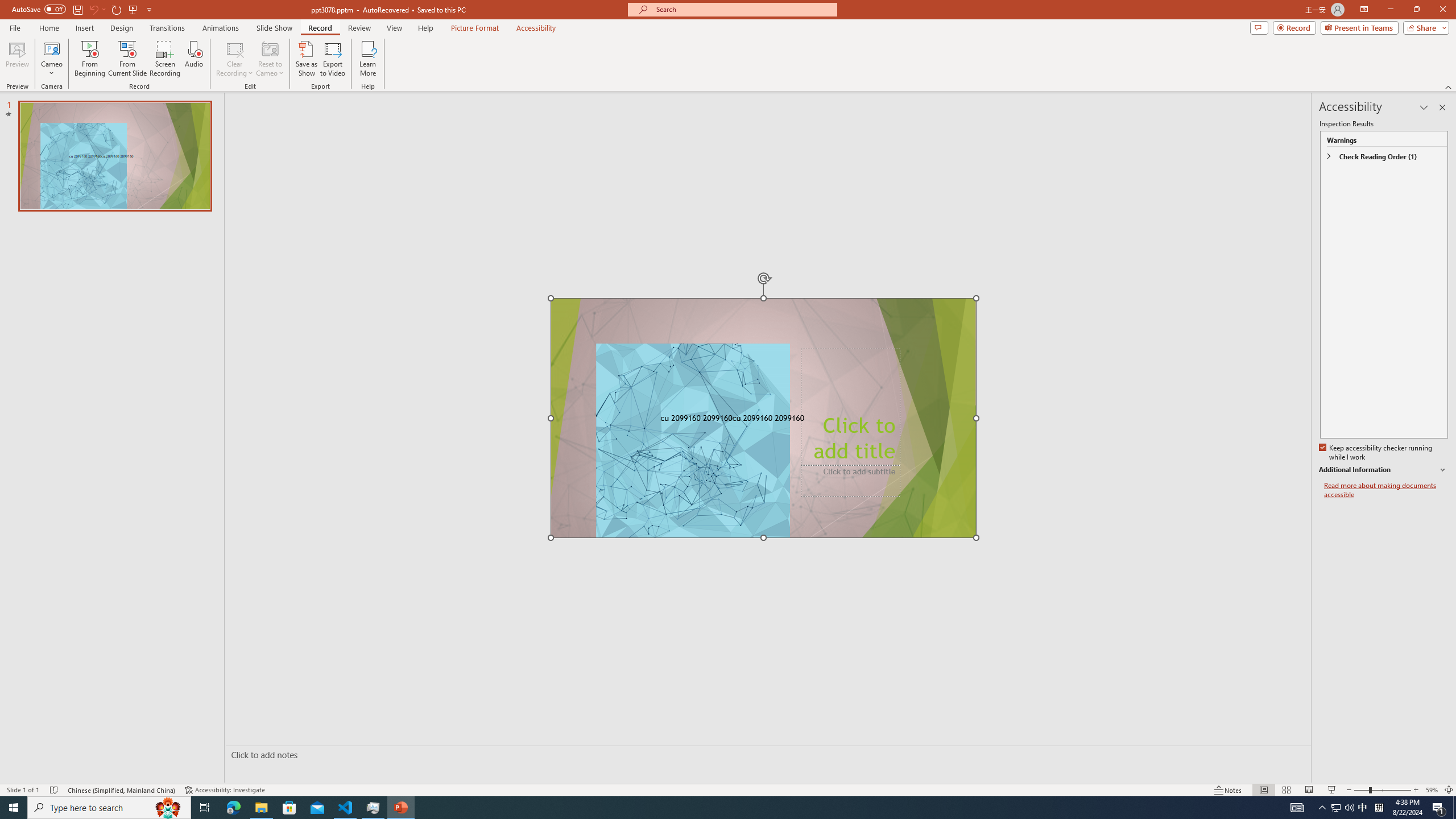 The width and height of the screenshot is (1456, 819). I want to click on 'Picture Format', so click(475, 28).